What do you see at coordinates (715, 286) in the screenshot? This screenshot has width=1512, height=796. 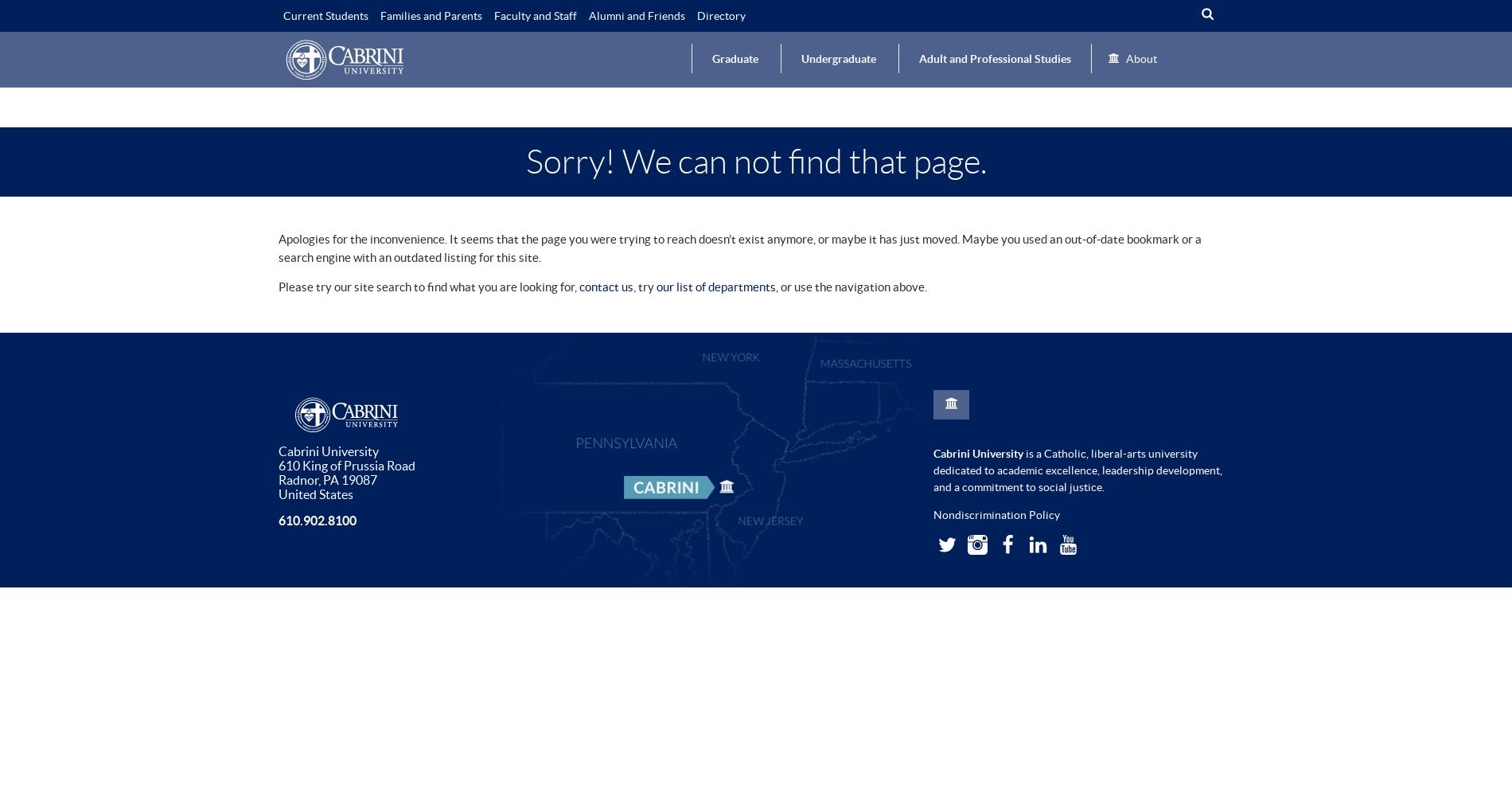 I see `'our list of departments'` at bounding box center [715, 286].